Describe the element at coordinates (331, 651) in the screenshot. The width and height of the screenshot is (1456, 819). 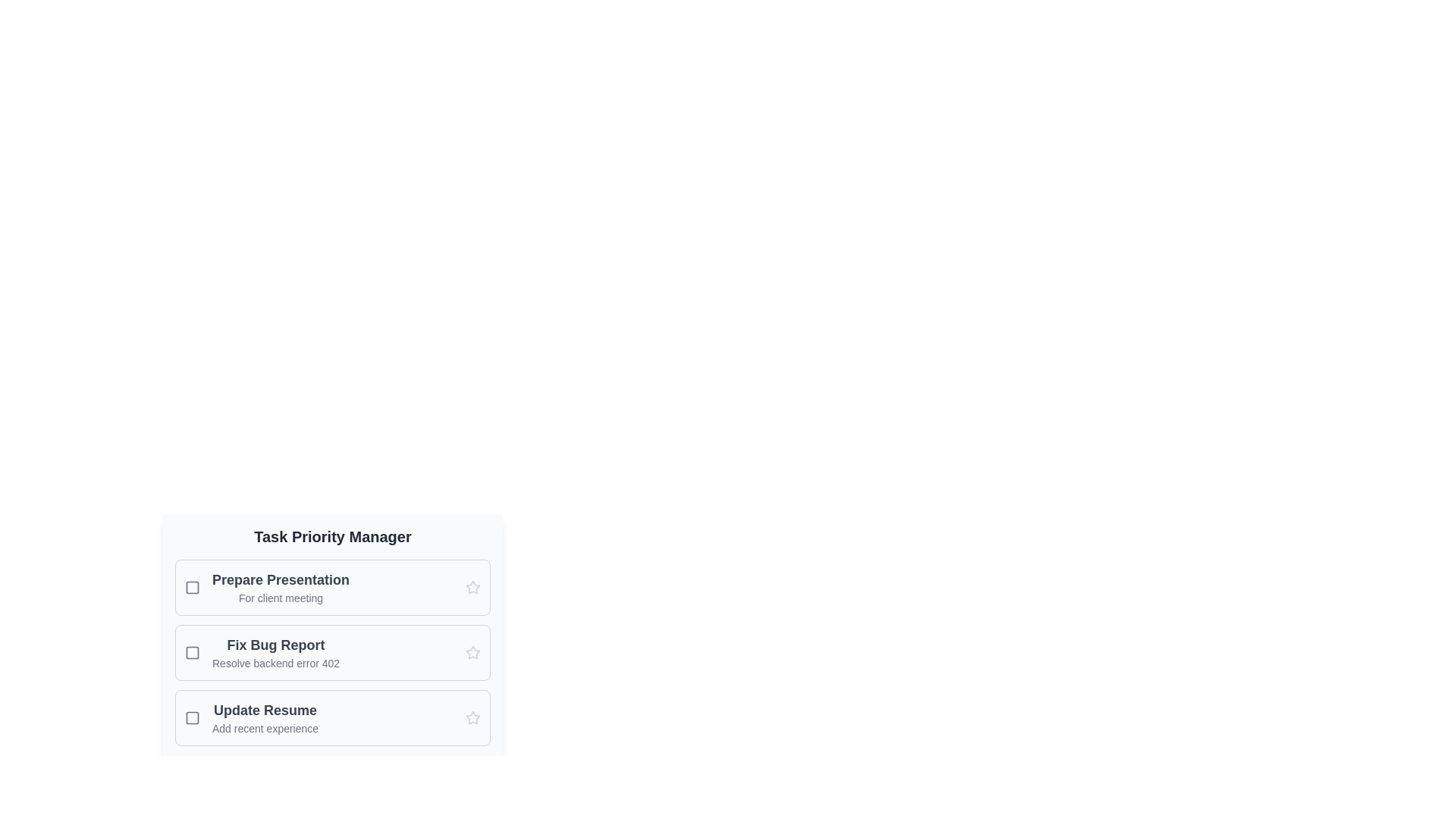
I see `the star icon on the task item titled 'Fix Bug Report' to prioritize the task` at that location.